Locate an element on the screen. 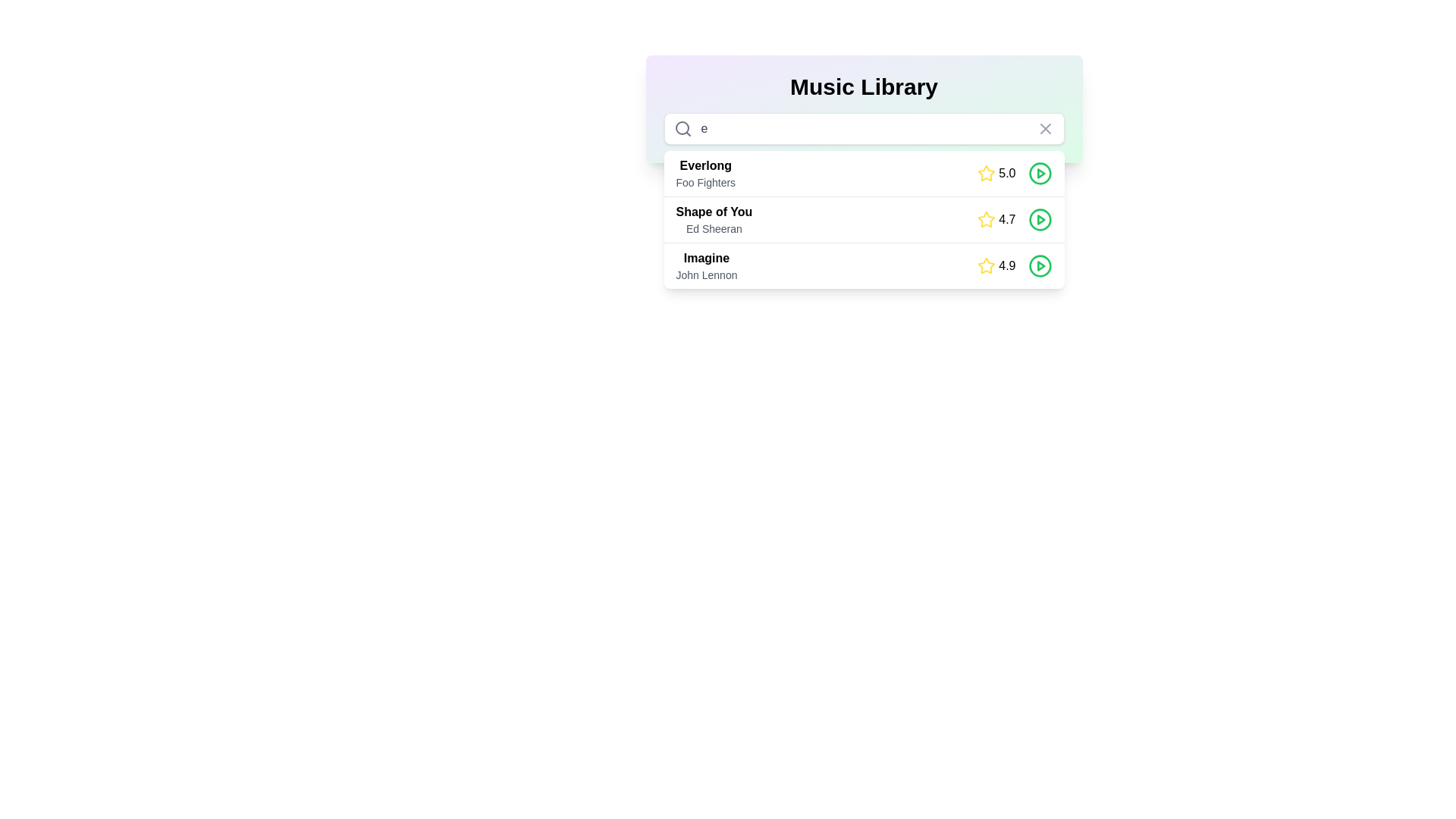 This screenshot has height=819, width=1456. the SVG vector drawing (circle) that is part of the search icon located at the left edge of the input field below the 'Music Library' title is located at coordinates (681, 127).